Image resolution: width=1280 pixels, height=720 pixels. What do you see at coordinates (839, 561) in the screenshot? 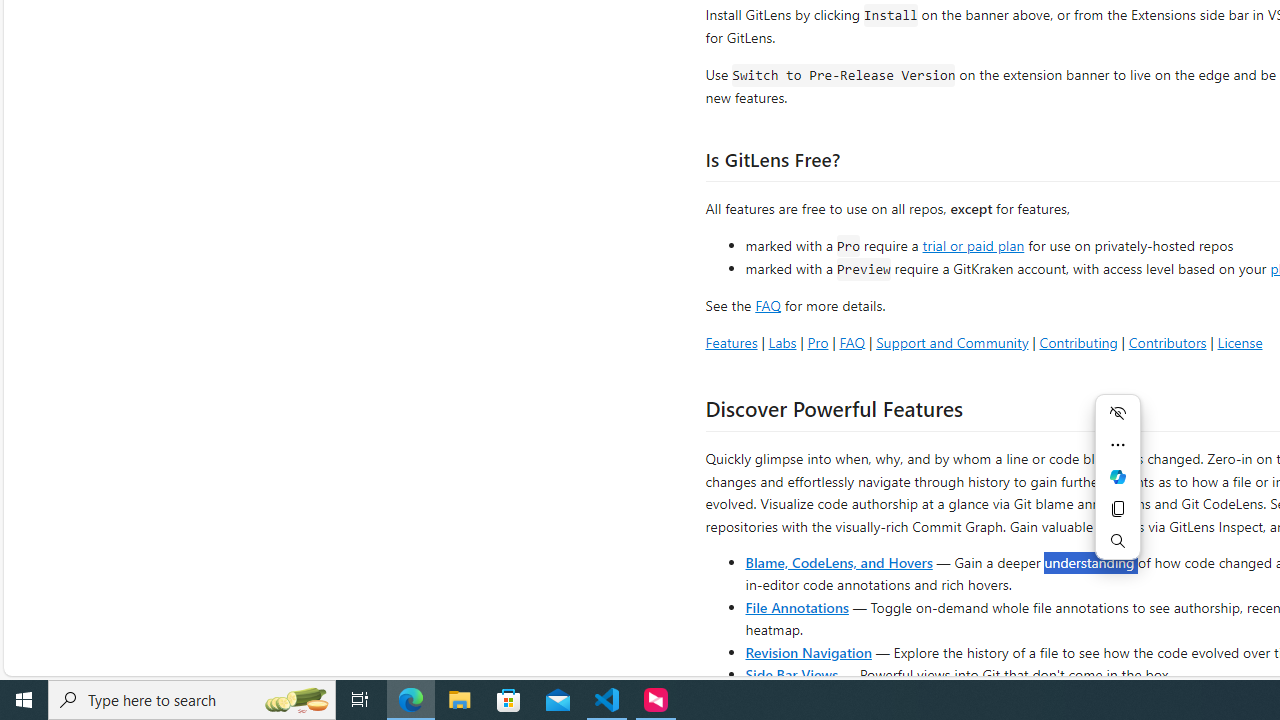
I see `'Blame, CodeLens, and Hovers'` at bounding box center [839, 561].